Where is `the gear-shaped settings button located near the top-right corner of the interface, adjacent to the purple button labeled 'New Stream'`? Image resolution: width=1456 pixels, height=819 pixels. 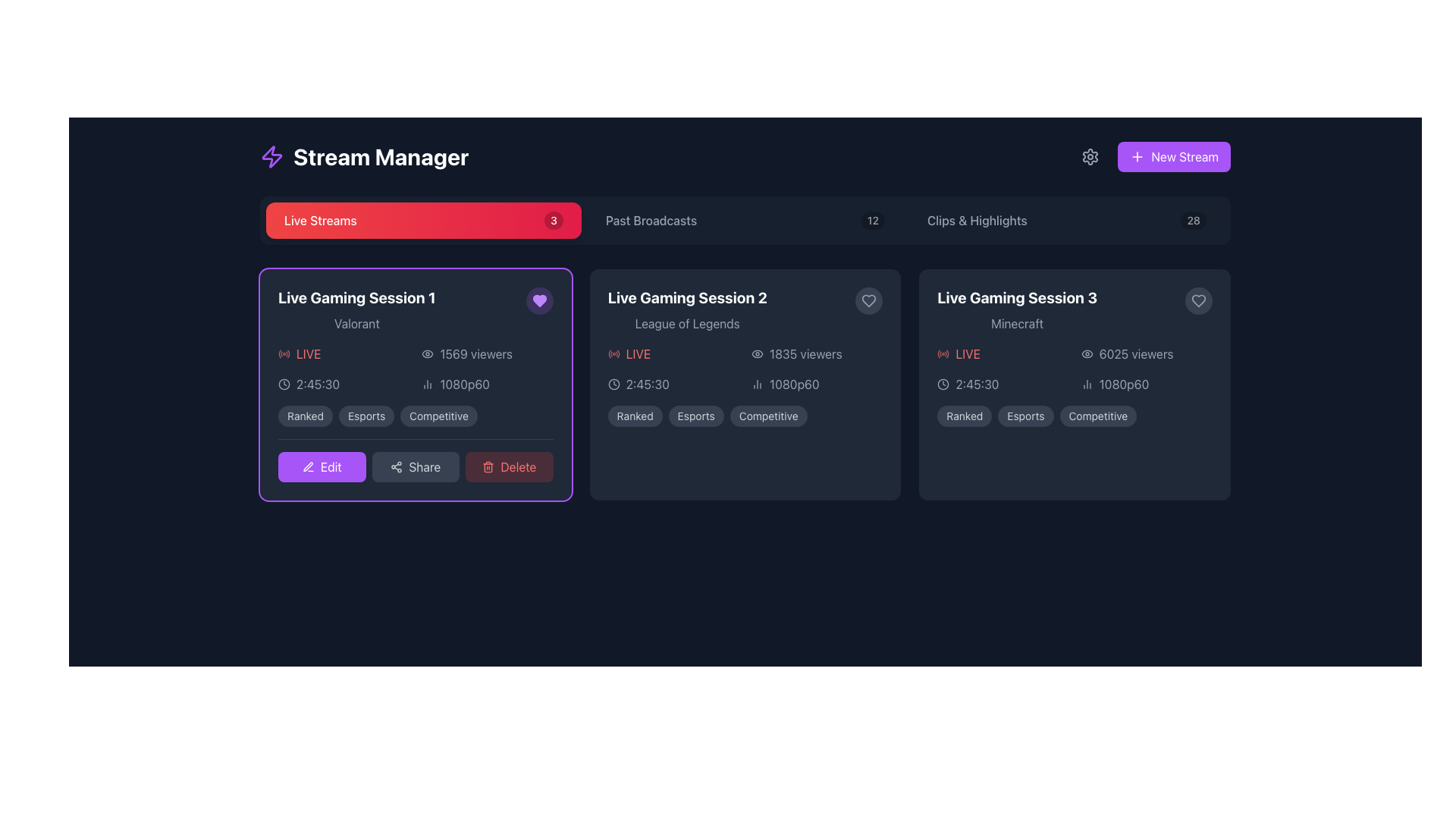
the gear-shaped settings button located near the top-right corner of the interface, adjacent to the purple button labeled 'New Stream' is located at coordinates (1090, 157).